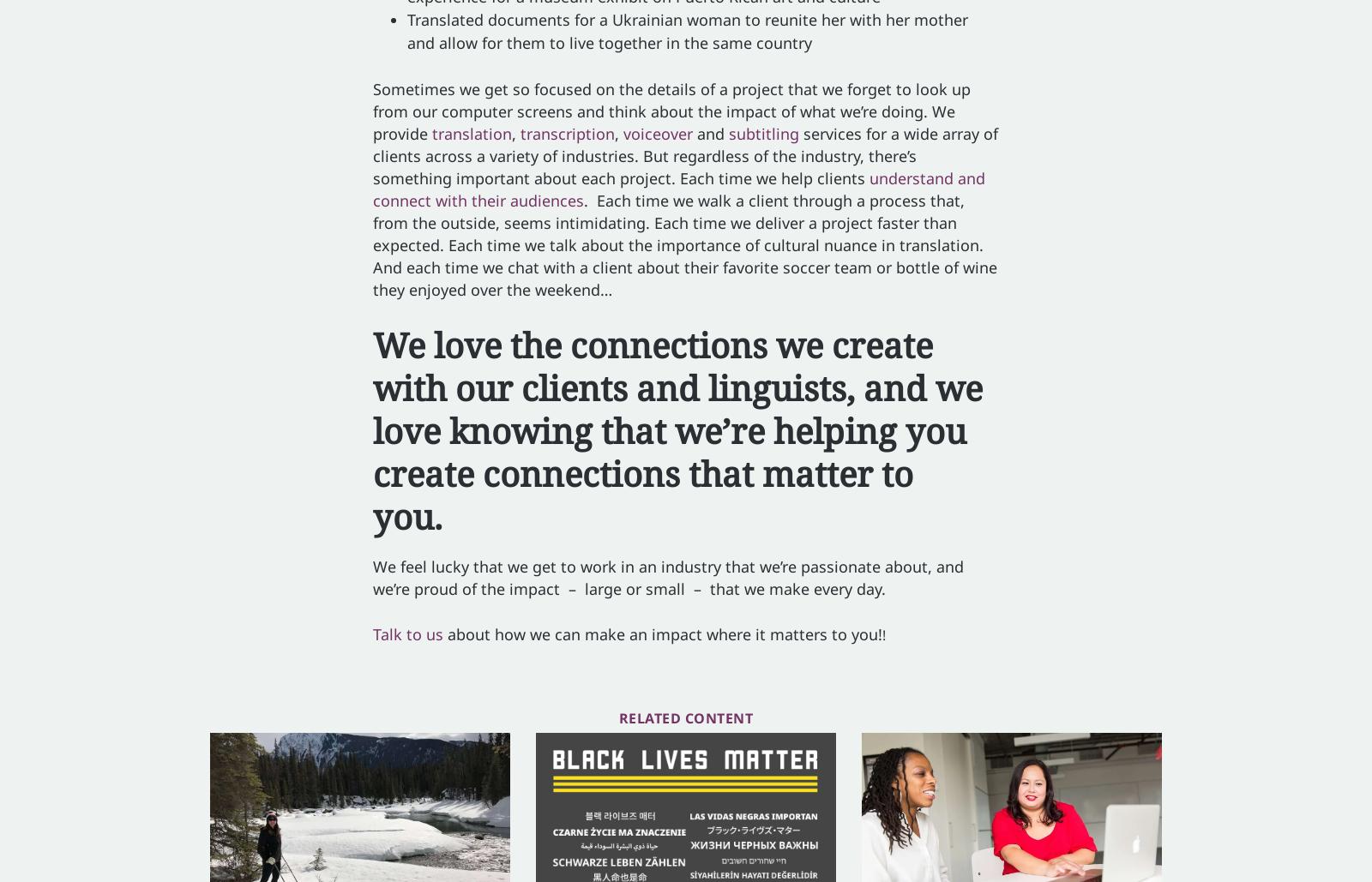 This screenshot has height=882, width=1372. What do you see at coordinates (617, 717) in the screenshot?
I see `'Related Content'` at bounding box center [617, 717].